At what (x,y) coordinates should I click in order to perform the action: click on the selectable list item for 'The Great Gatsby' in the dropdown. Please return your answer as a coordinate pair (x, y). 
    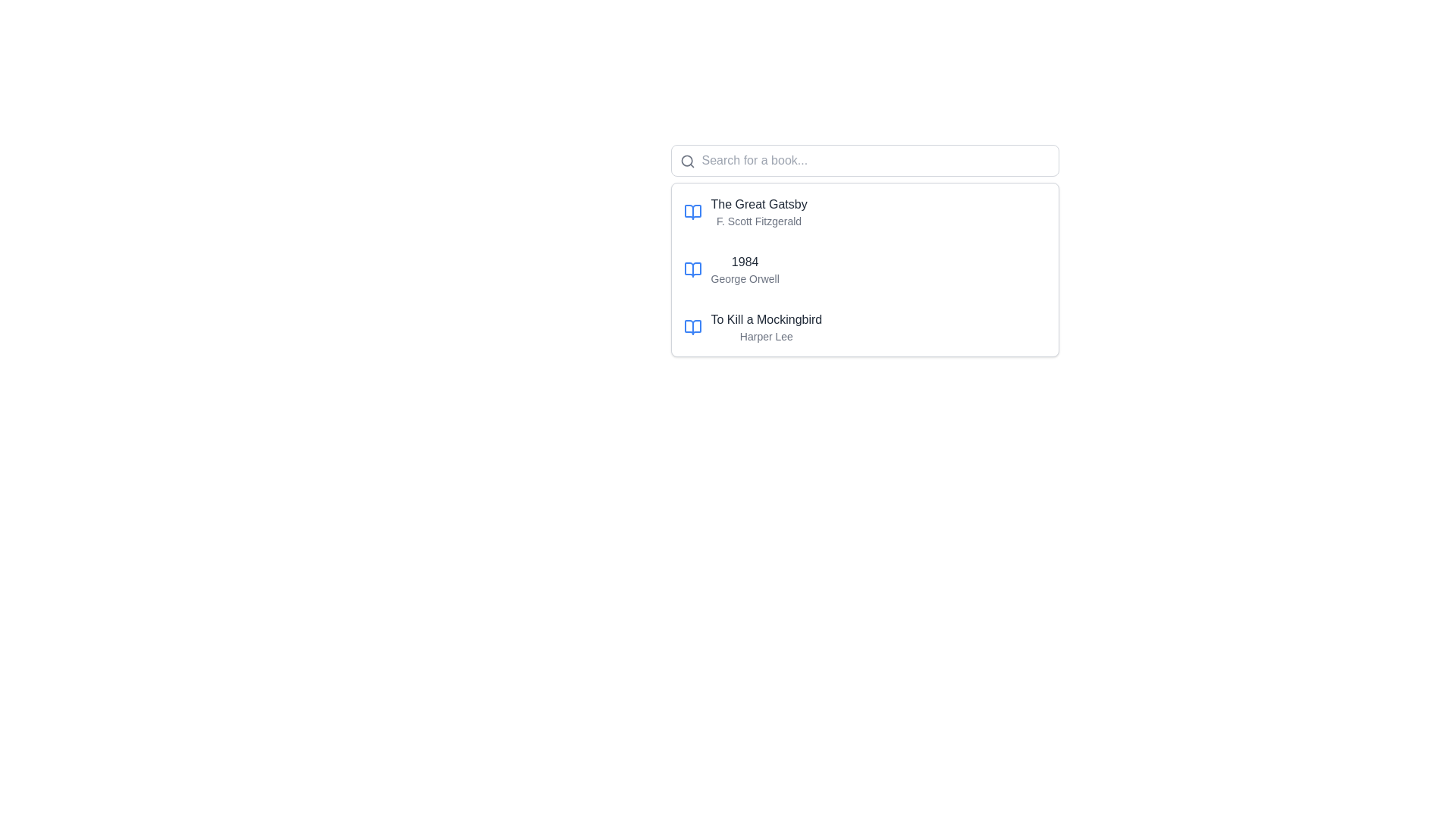
    Looking at the image, I should click on (864, 212).